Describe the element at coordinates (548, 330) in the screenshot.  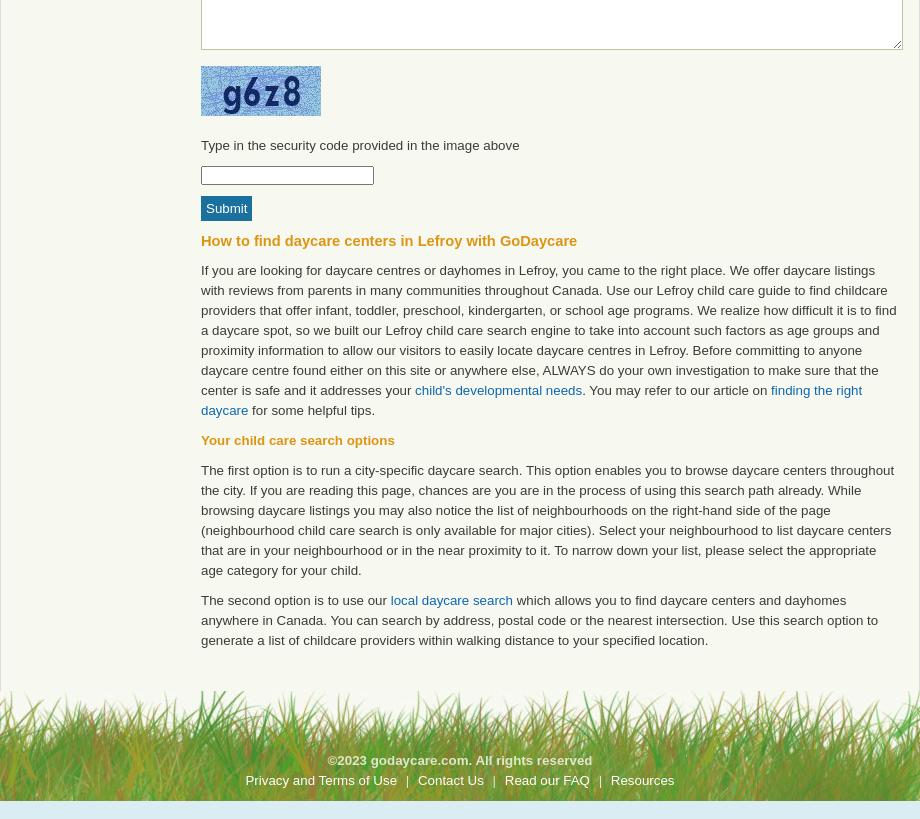
I see `'If you are looking for daycare centres or dayhomes in Lefroy, you came to the right place. We offer daycare listings with reviews from parents in many communities throughout Canada. Use our Lefroy child care guide to find childcare providers that offer infant, toddler, preschool, kindergarten, or school age programs. We realize how difficult it is to find a daycare spot, so we built our Lefroy child care  search engine to take into account such factors as age groups and proximity information to allow our visitors to easily locate daycare centres in Lefroy. Before committing to anyone daycare centre found either on this site or anywhere else, ALWAYS do your own investigation to make sure that the center is safe and it addresses your'` at that location.